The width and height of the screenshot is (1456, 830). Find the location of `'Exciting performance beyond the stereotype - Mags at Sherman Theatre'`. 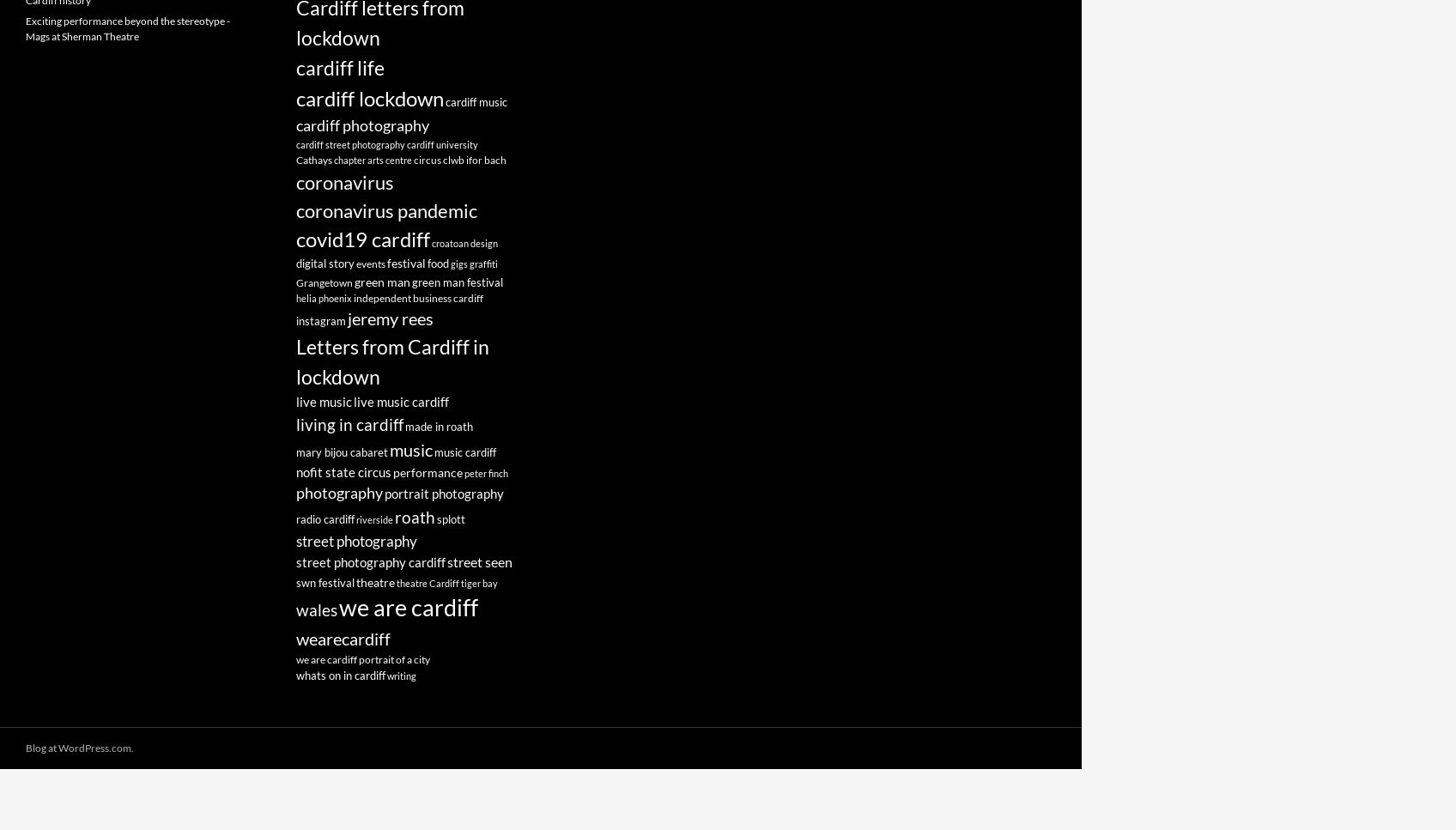

'Exciting performance beyond the stereotype - Mags at Sherman Theatre' is located at coordinates (128, 27).